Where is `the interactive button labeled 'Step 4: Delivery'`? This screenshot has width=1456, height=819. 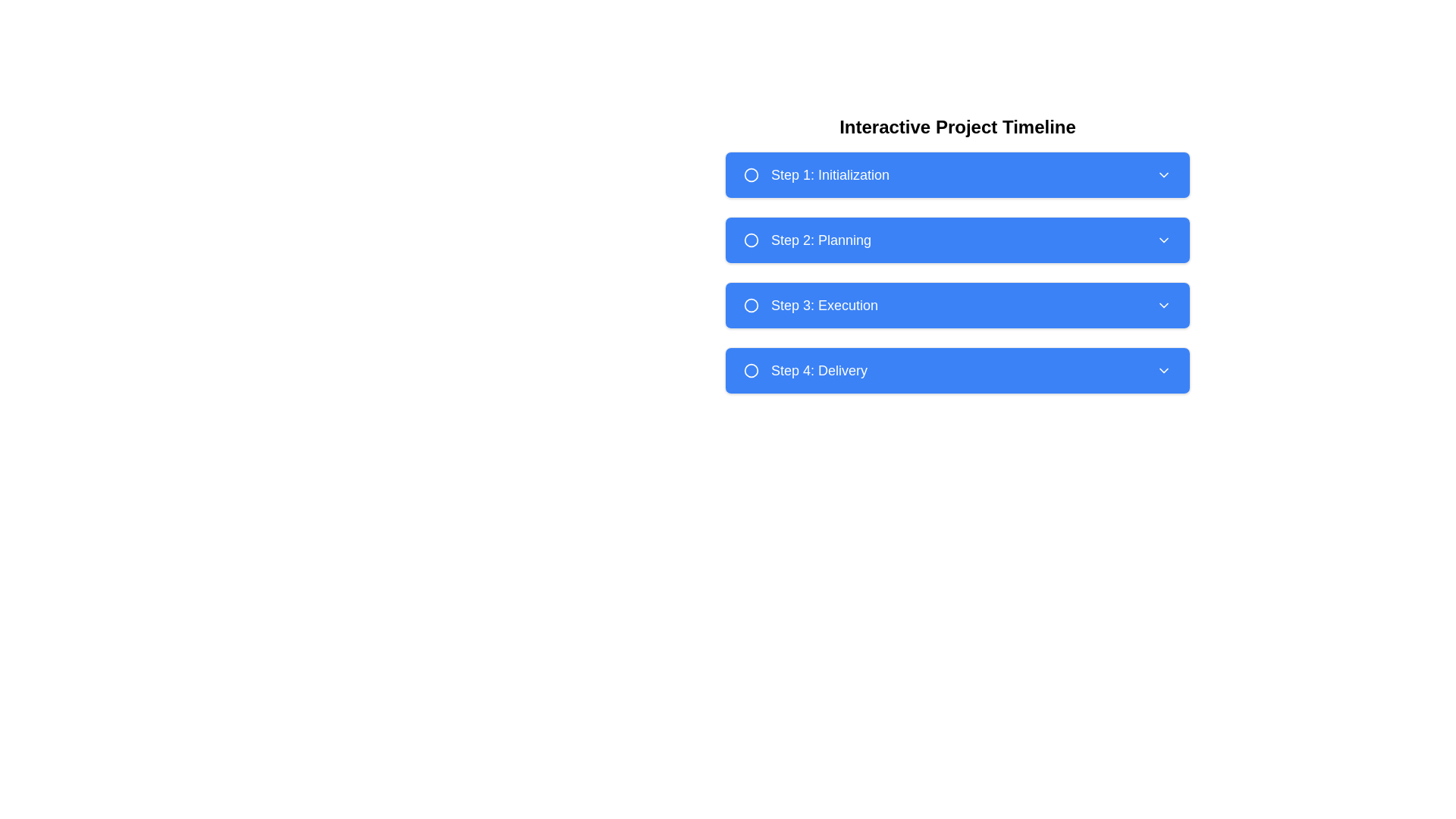
the interactive button labeled 'Step 4: Delivery' is located at coordinates (956, 371).